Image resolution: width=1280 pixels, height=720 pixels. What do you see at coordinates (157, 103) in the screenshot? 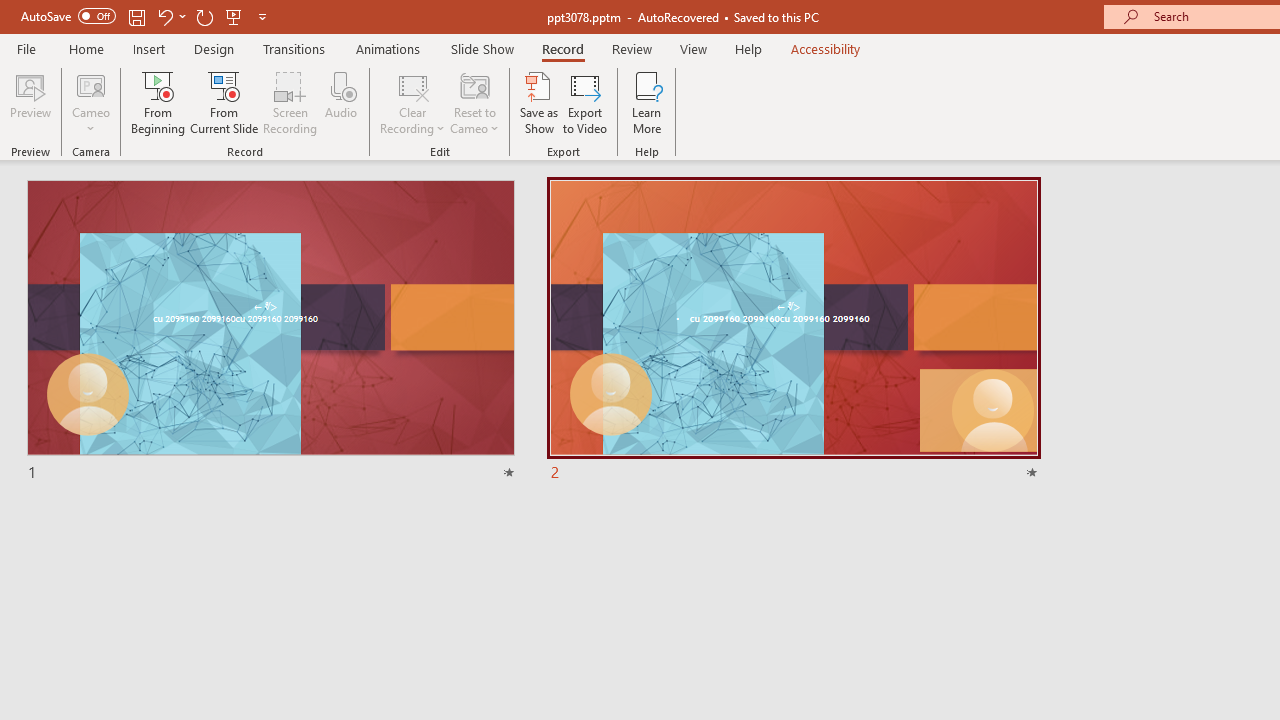
I see `'From Beginning...'` at bounding box center [157, 103].